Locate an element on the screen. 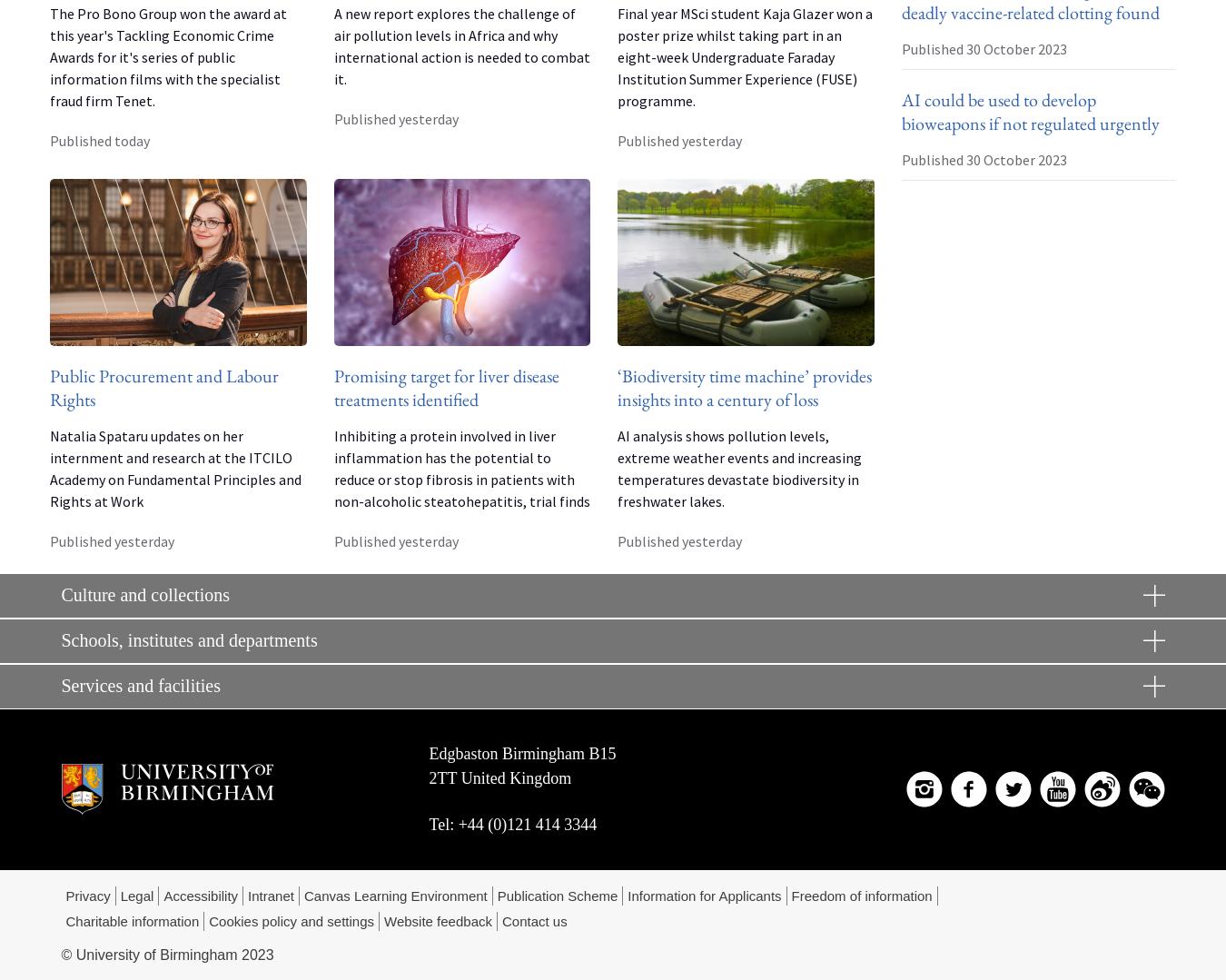 The width and height of the screenshot is (1226, 980). 'Freedom of information' is located at coordinates (860, 894).